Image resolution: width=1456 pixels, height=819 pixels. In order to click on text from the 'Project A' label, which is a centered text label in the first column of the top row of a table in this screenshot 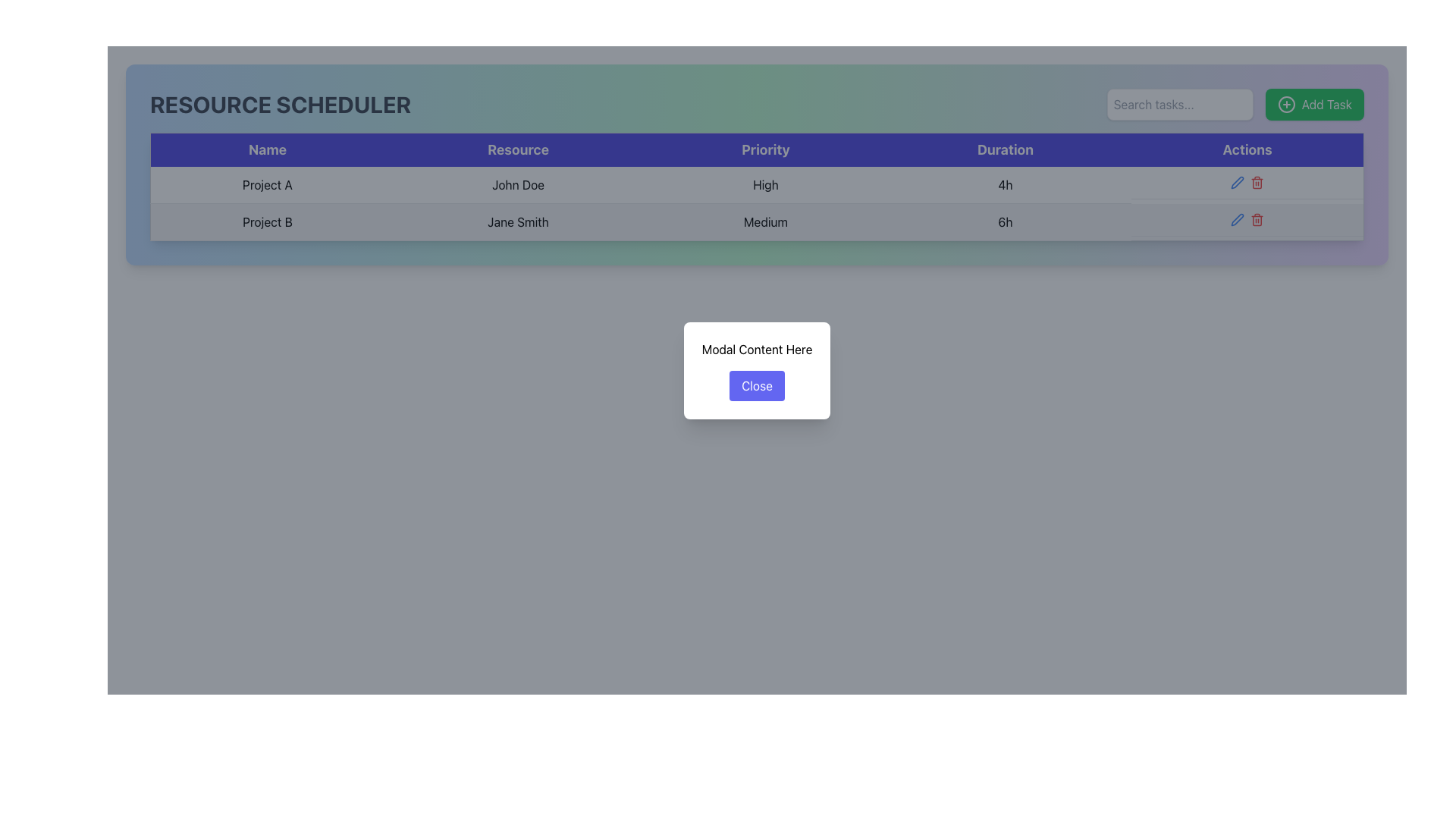, I will do `click(267, 184)`.